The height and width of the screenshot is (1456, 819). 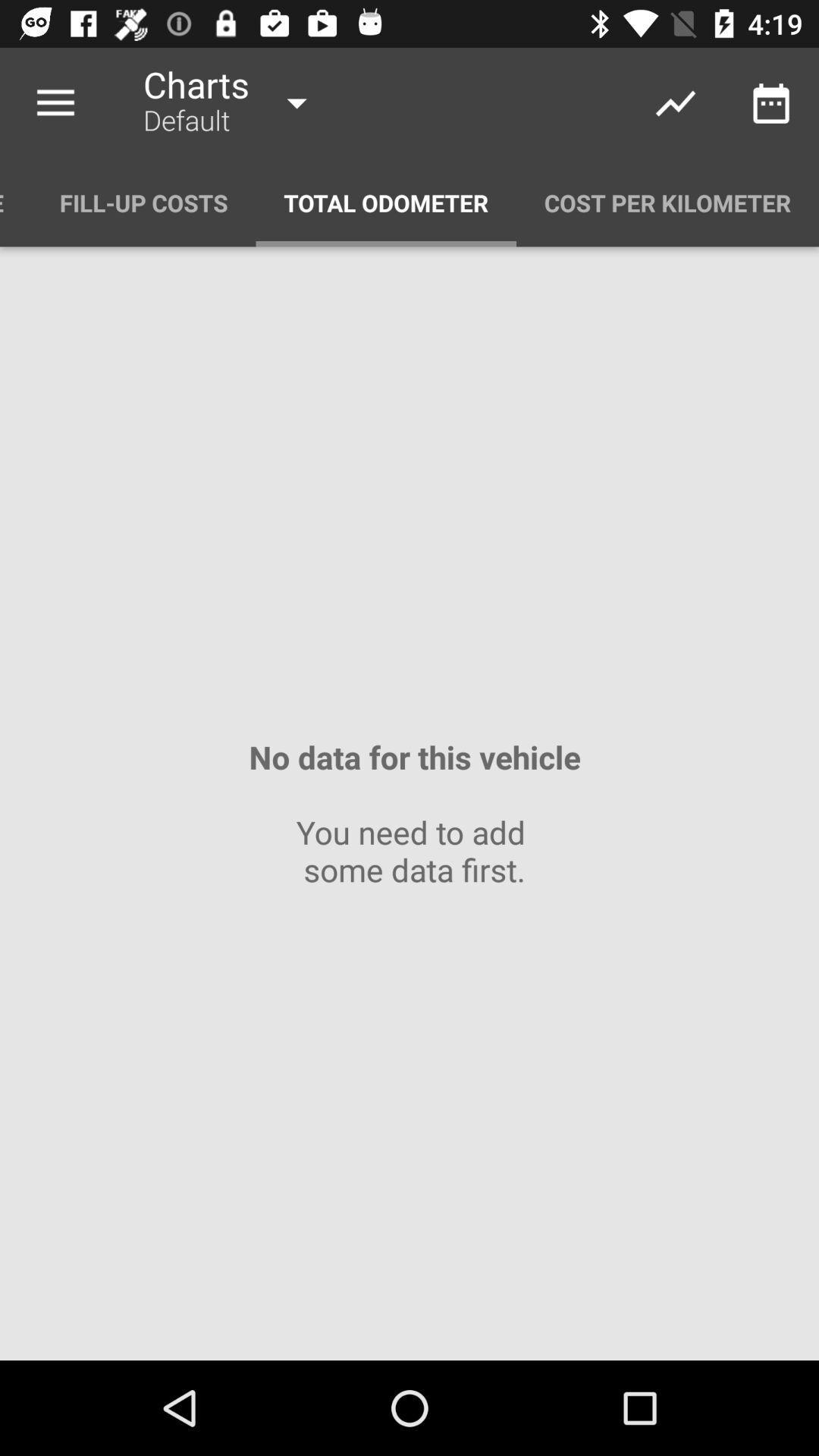 What do you see at coordinates (15, 202) in the screenshot?
I see `the icon to the left of the fill-up costs item` at bounding box center [15, 202].